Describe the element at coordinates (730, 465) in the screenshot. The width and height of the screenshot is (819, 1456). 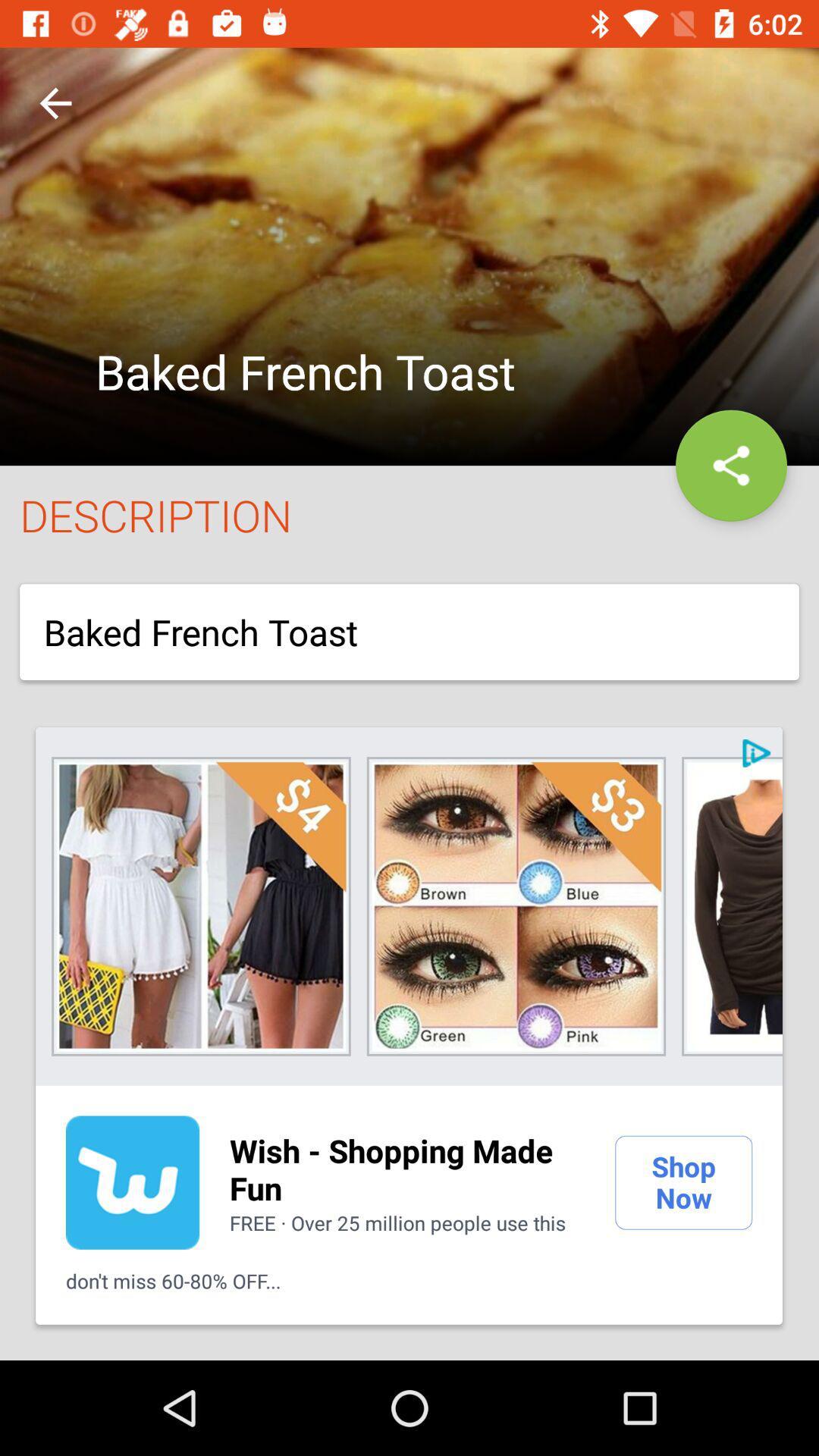
I see `the share icon` at that location.